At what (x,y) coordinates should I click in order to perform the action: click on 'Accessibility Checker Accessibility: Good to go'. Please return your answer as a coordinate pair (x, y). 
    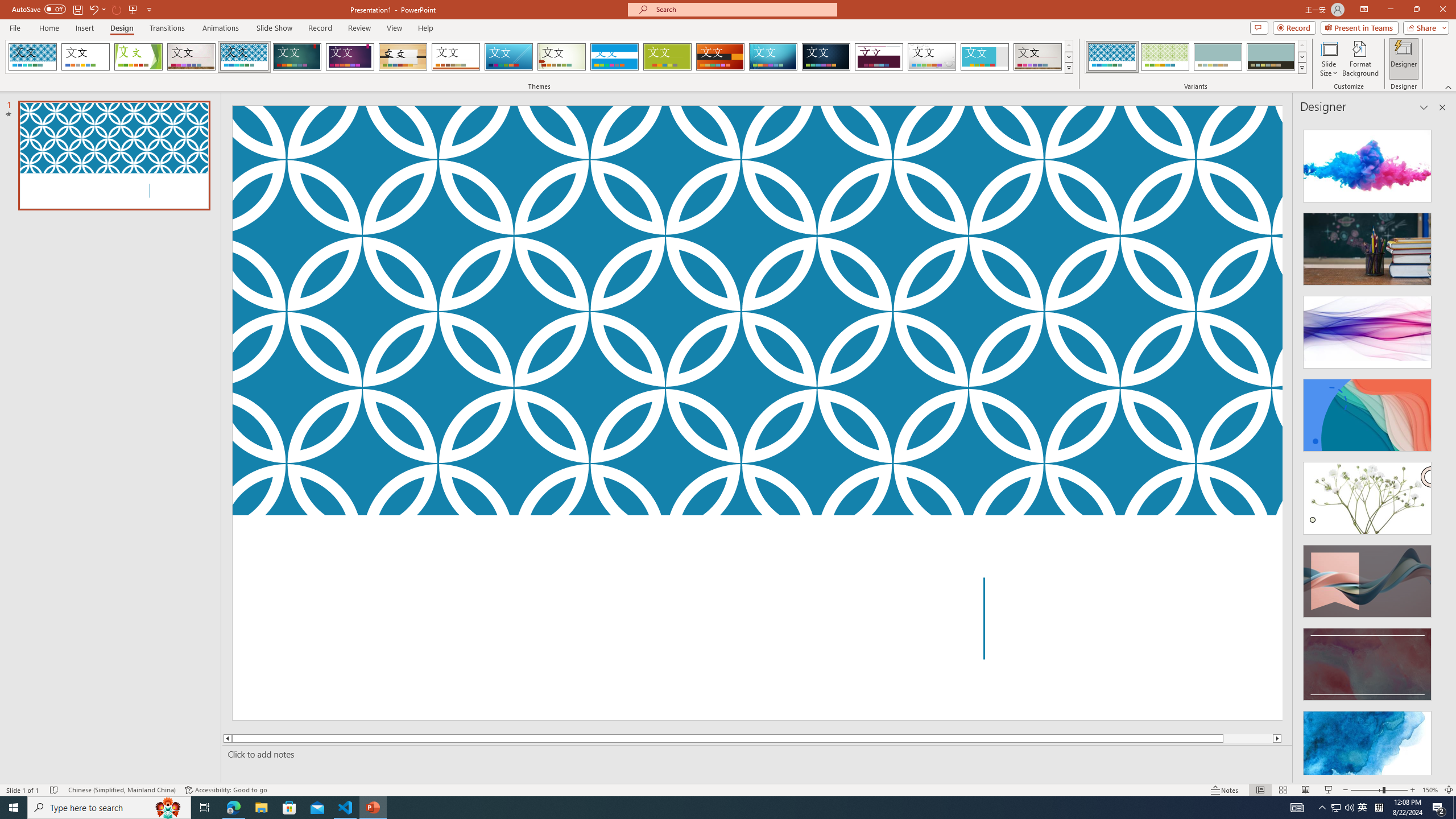
    Looking at the image, I should click on (226, 790).